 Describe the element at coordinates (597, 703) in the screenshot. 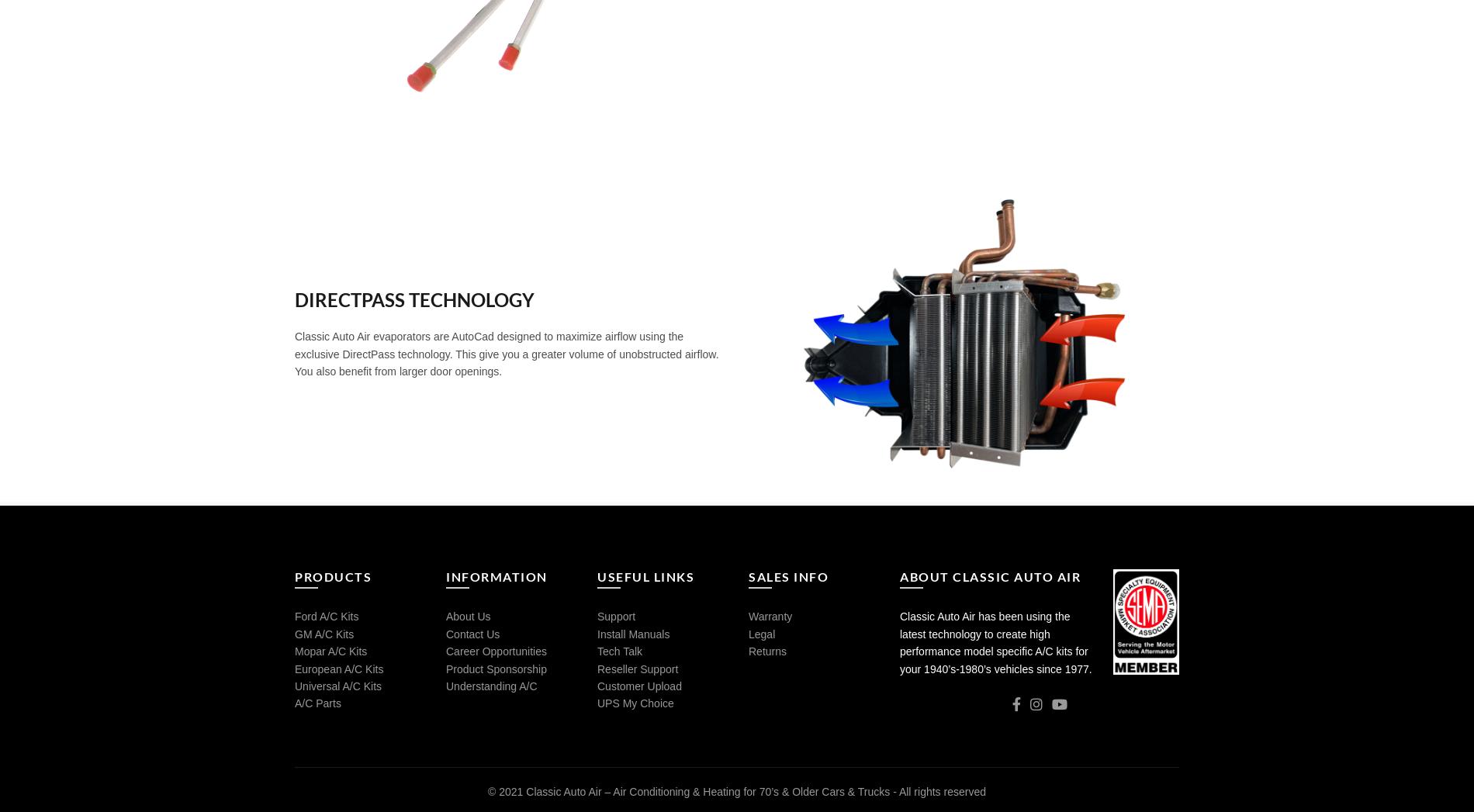

I see `'UPS My Choice'` at that location.